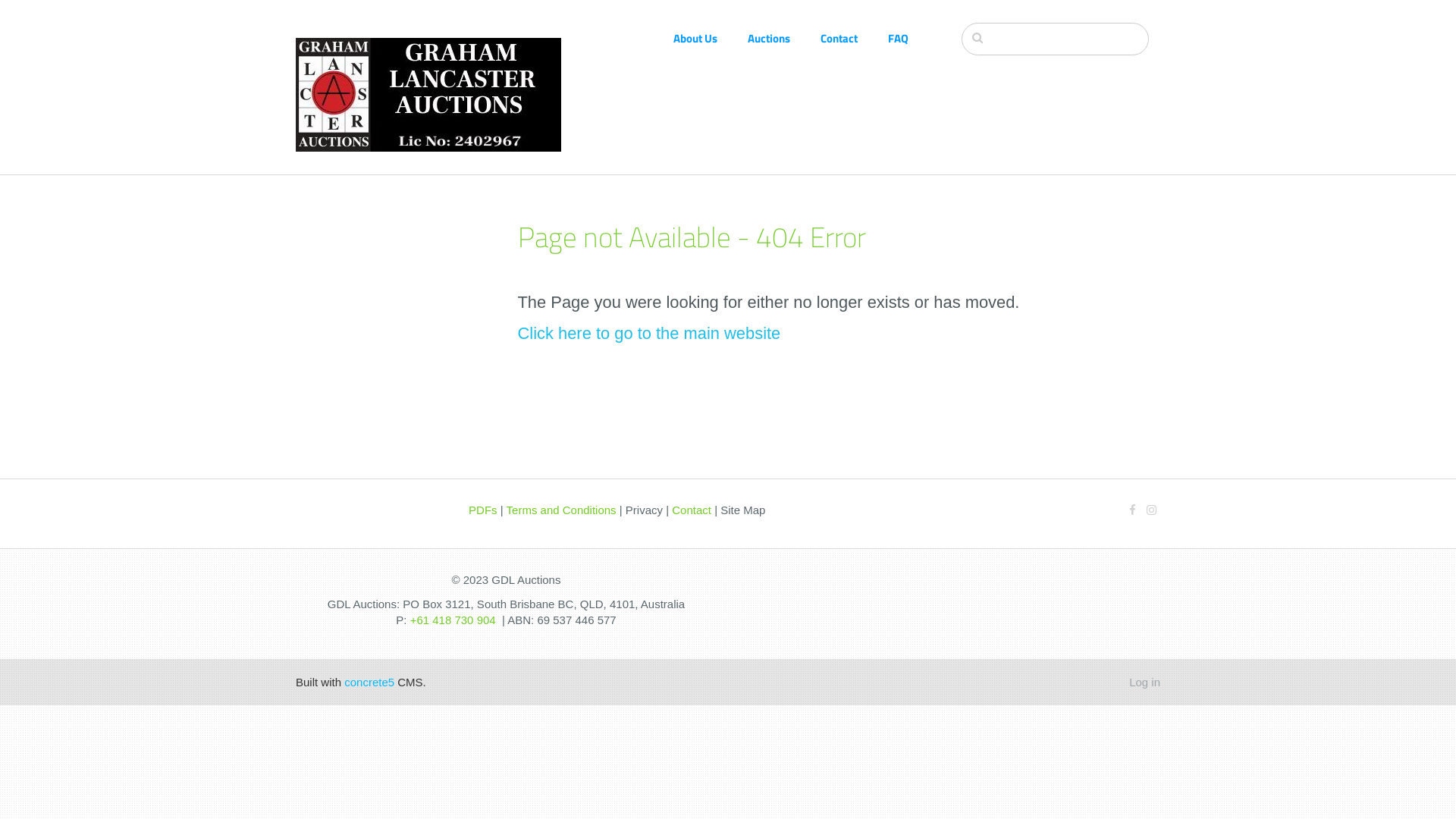  I want to click on 'concrete5', so click(344, 681).